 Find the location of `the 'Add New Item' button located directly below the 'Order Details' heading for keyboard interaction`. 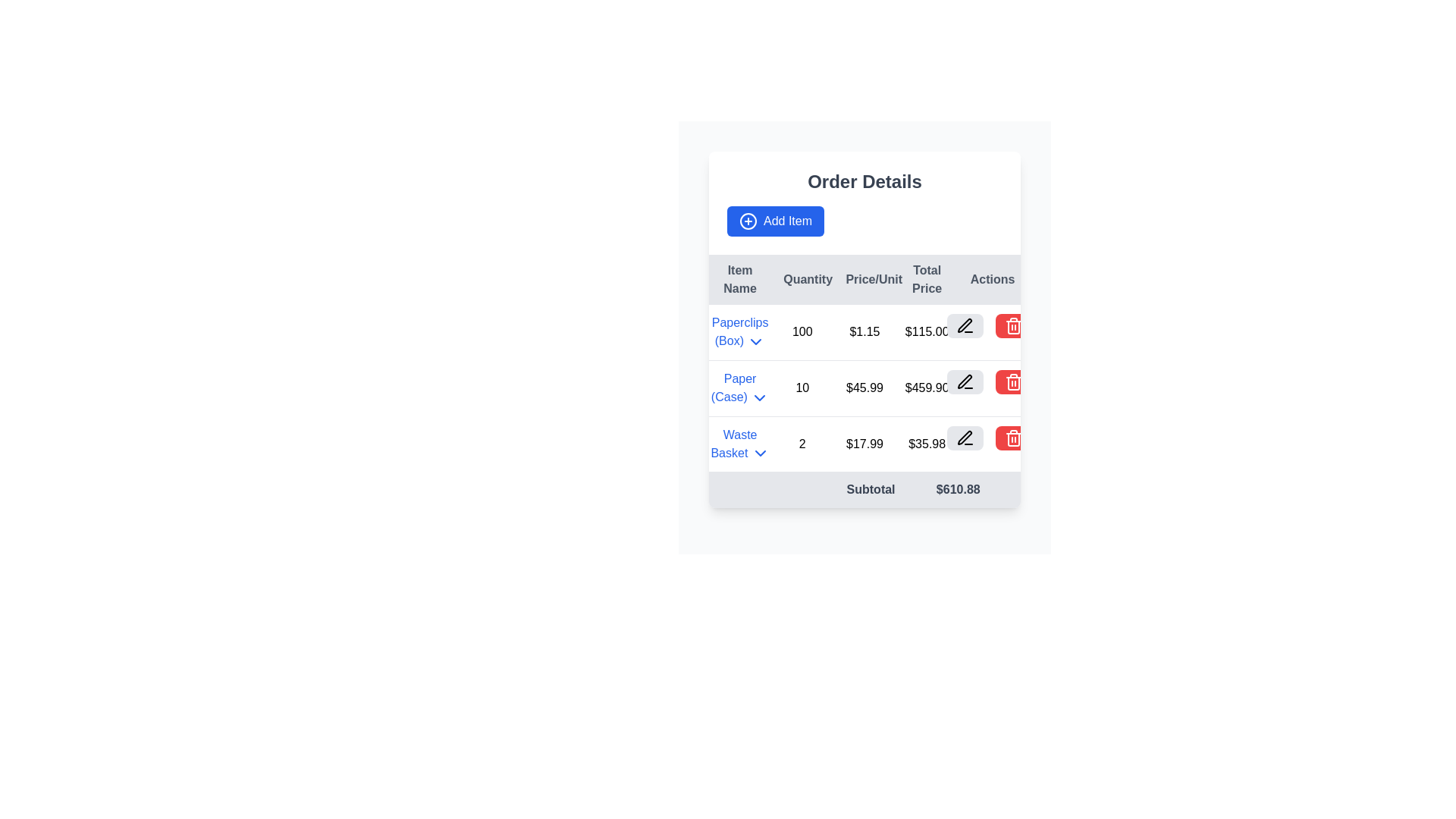

the 'Add New Item' button located directly below the 'Order Details' heading for keyboard interaction is located at coordinates (775, 221).